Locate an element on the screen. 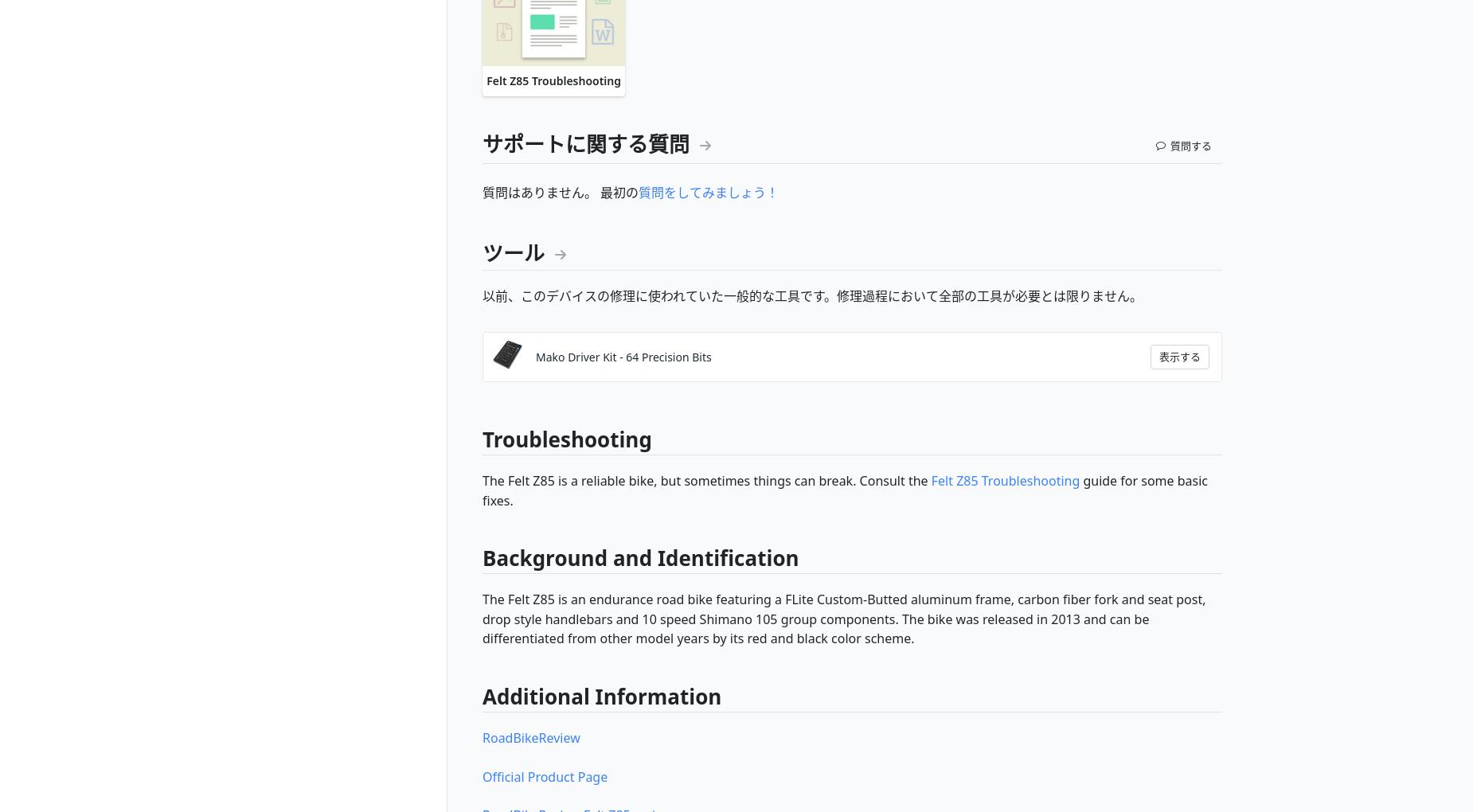 This screenshot has width=1473, height=812. 'RoadBikeReview' is located at coordinates (530, 736).